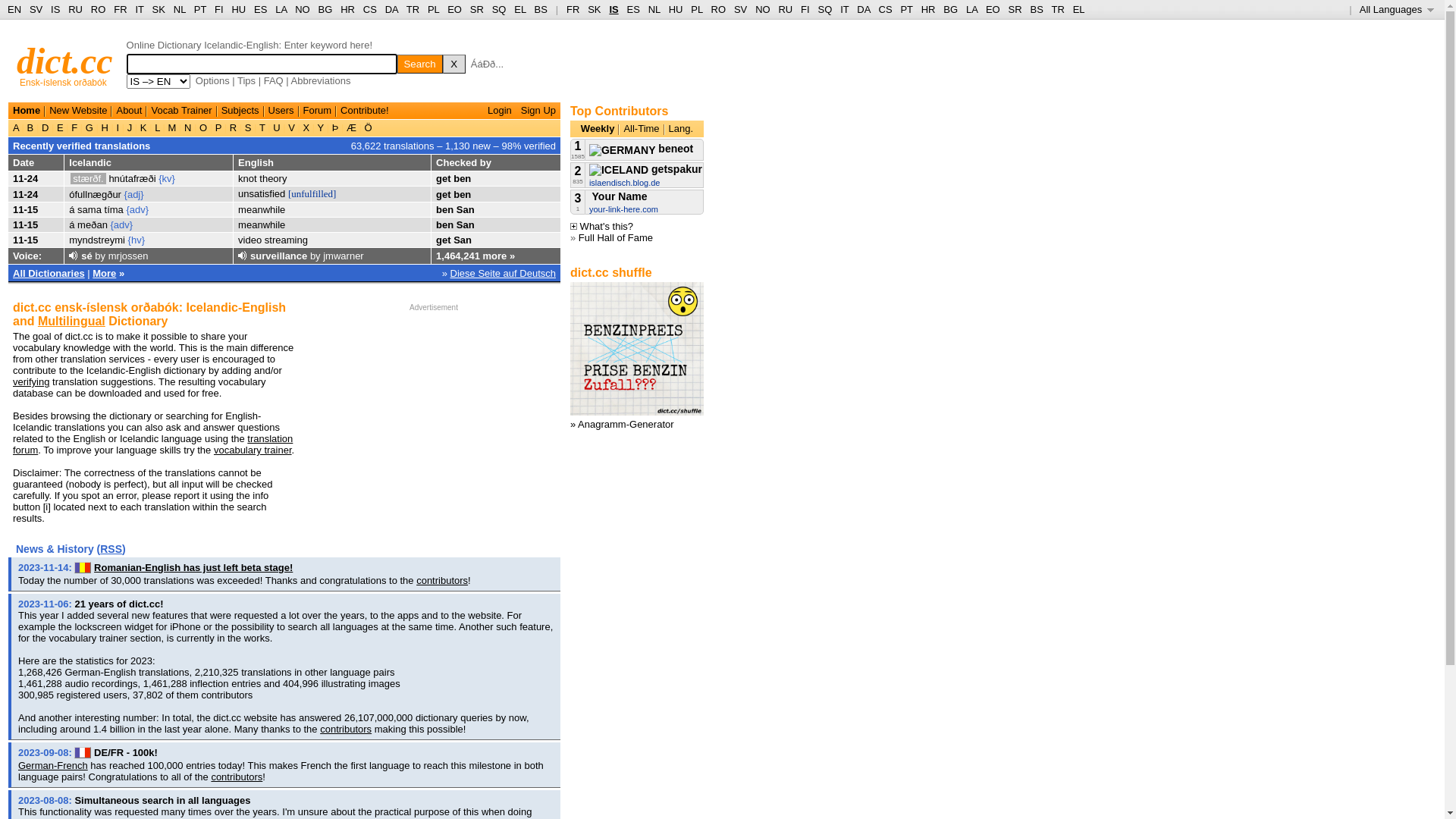  I want to click on 'translation forum', so click(152, 444).